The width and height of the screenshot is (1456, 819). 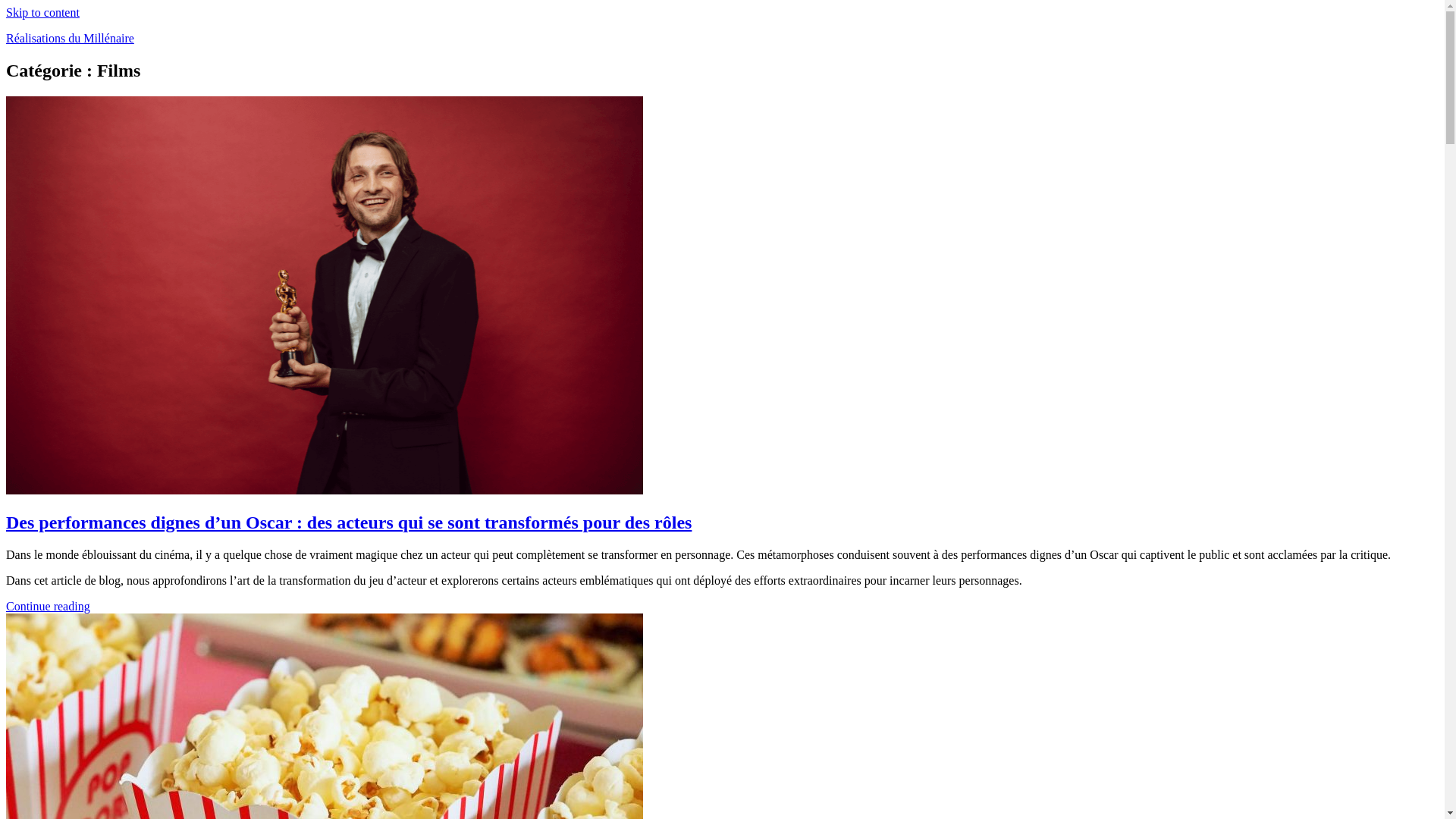 What do you see at coordinates (42, 12) in the screenshot?
I see `'Skip to content'` at bounding box center [42, 12].